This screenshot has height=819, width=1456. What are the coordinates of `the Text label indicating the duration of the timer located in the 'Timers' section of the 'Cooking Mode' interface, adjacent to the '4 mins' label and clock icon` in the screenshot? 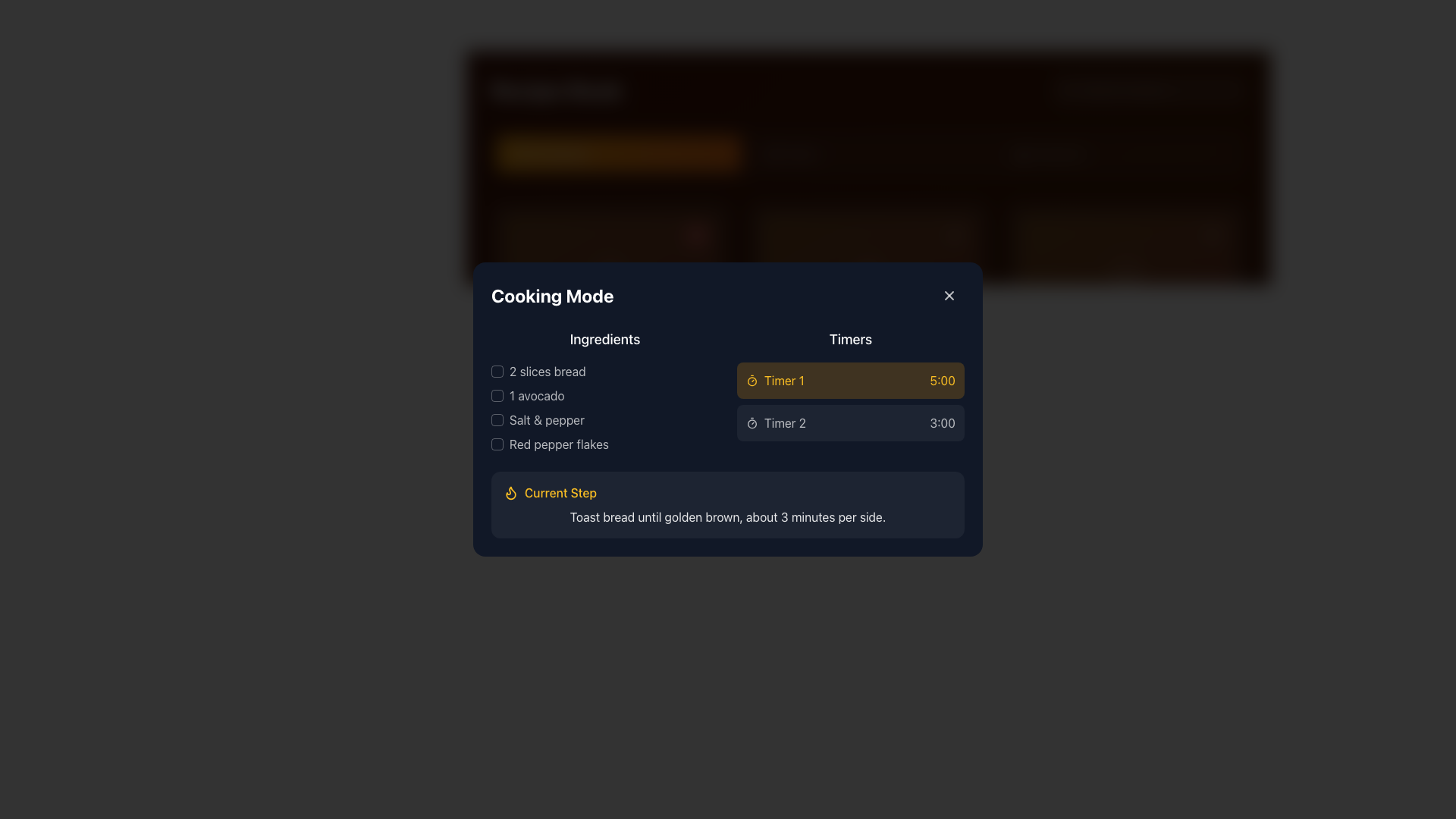 It's located at (787, 382).